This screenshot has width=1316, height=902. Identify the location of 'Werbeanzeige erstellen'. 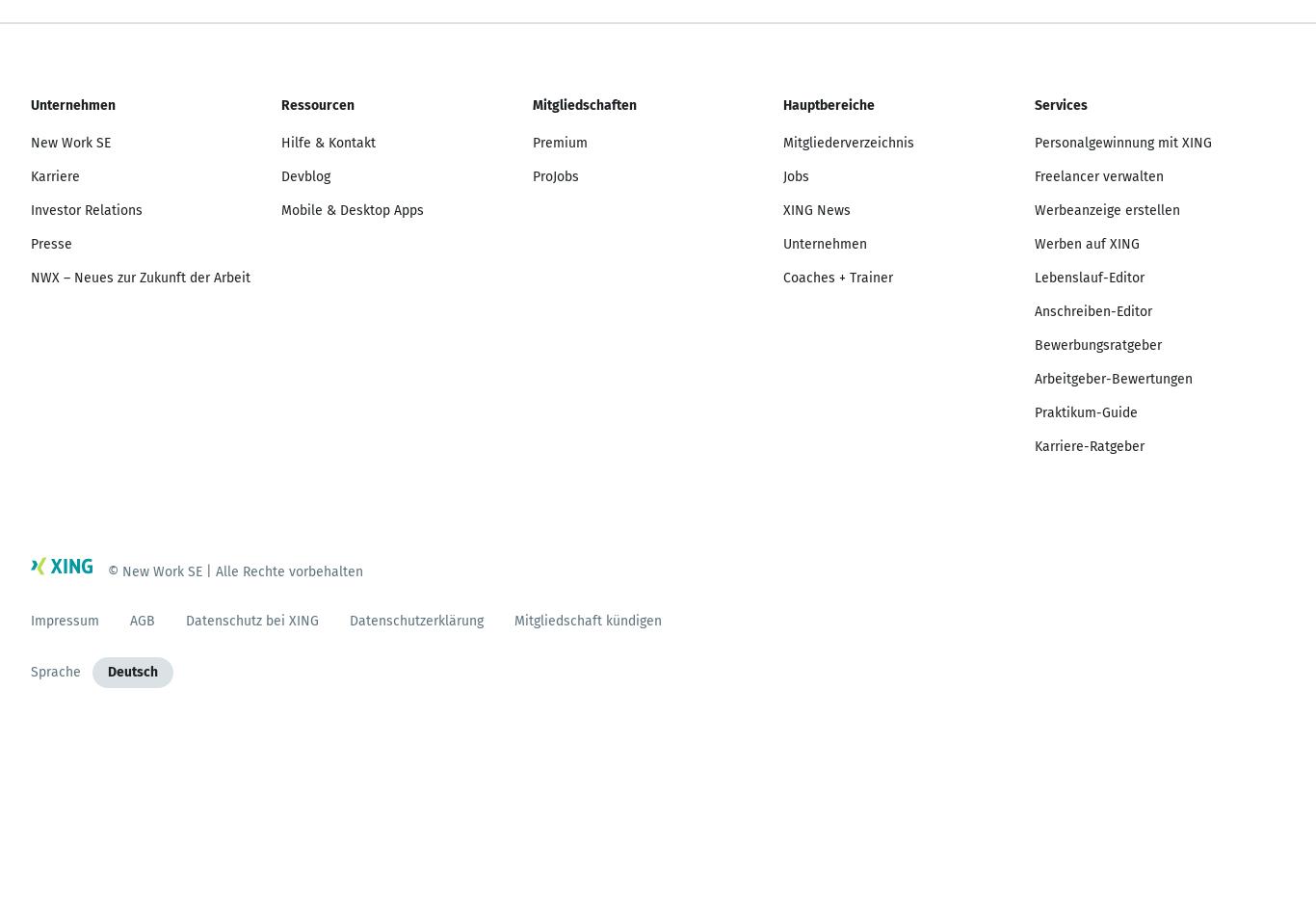
(1106, 209).